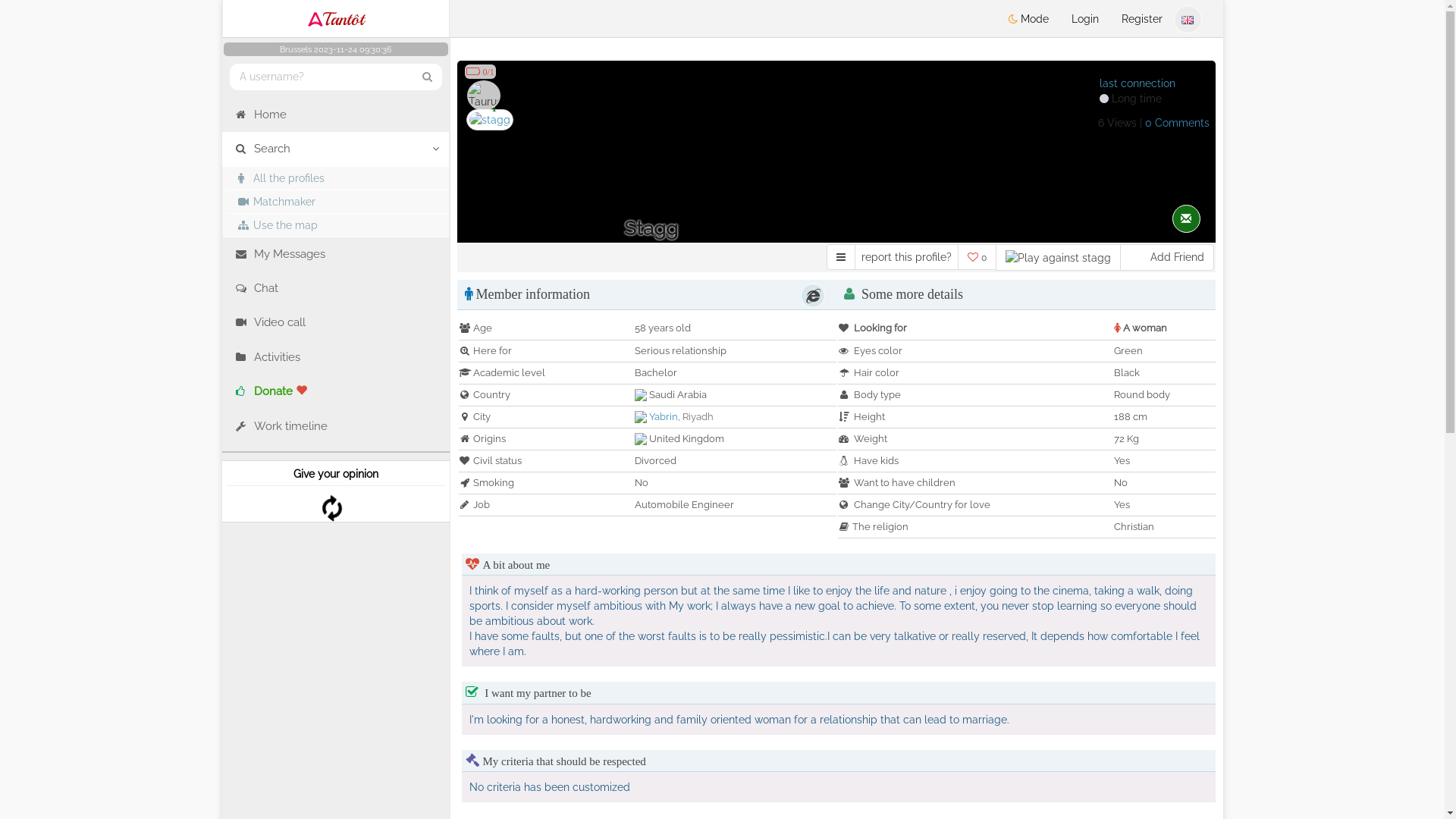 This screenshot has height=819, width=1456. I want to click on 'Register', so click(1142, 18).